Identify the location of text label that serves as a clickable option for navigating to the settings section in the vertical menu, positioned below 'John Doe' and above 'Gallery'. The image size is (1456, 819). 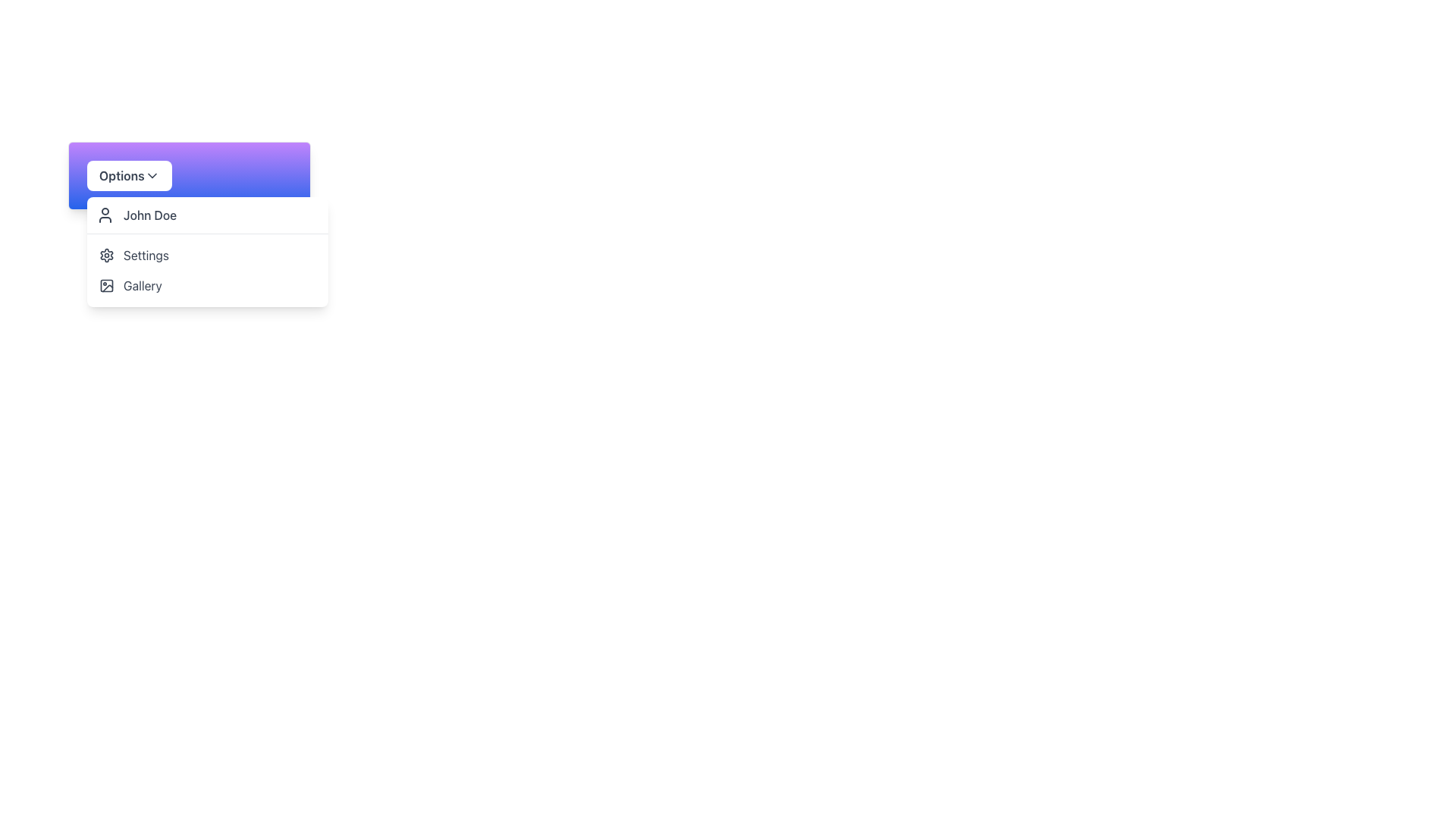
(146, 254).